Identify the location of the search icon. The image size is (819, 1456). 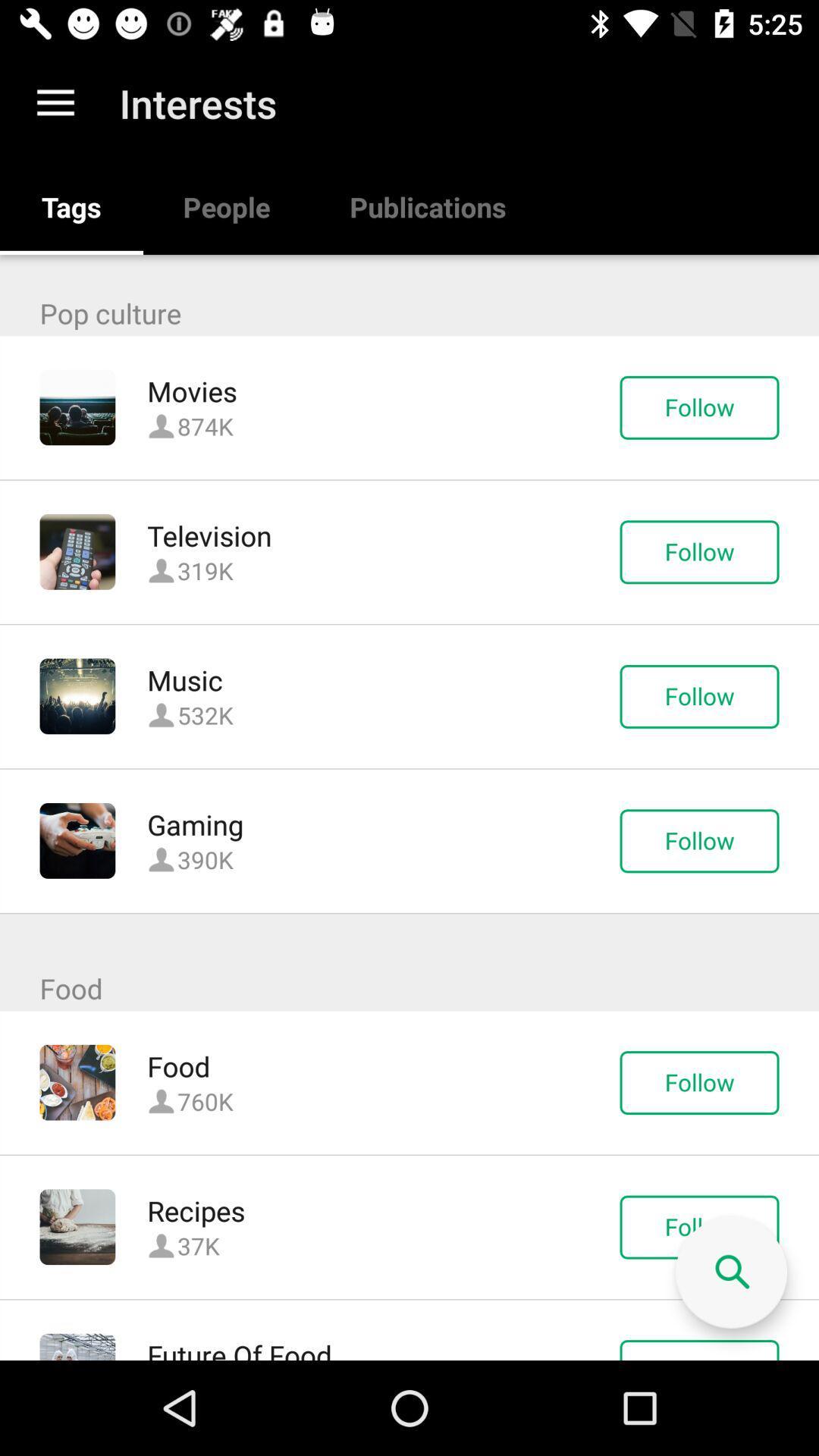
(730, 1272).